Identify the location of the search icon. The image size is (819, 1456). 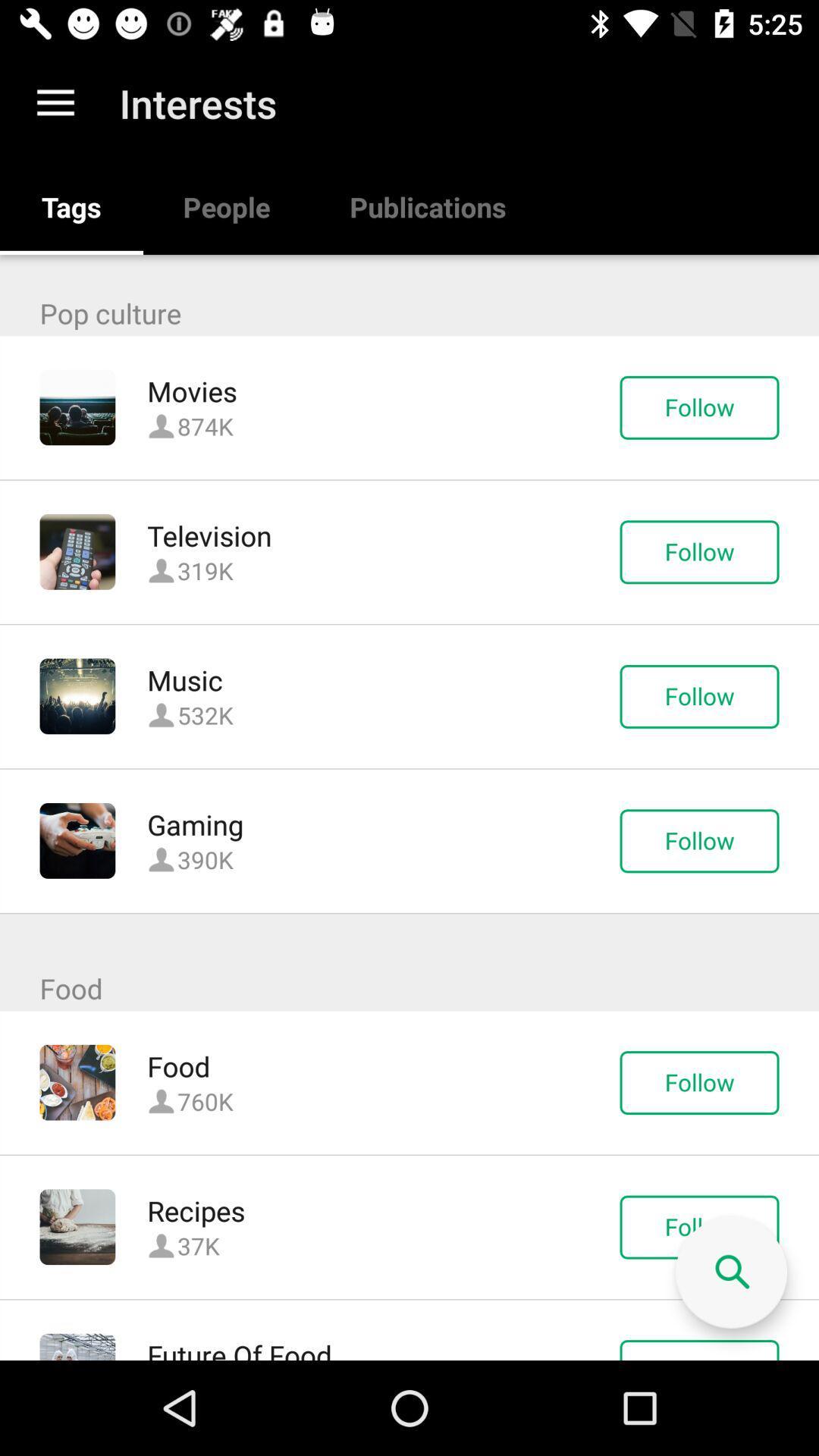
(730, 1272).